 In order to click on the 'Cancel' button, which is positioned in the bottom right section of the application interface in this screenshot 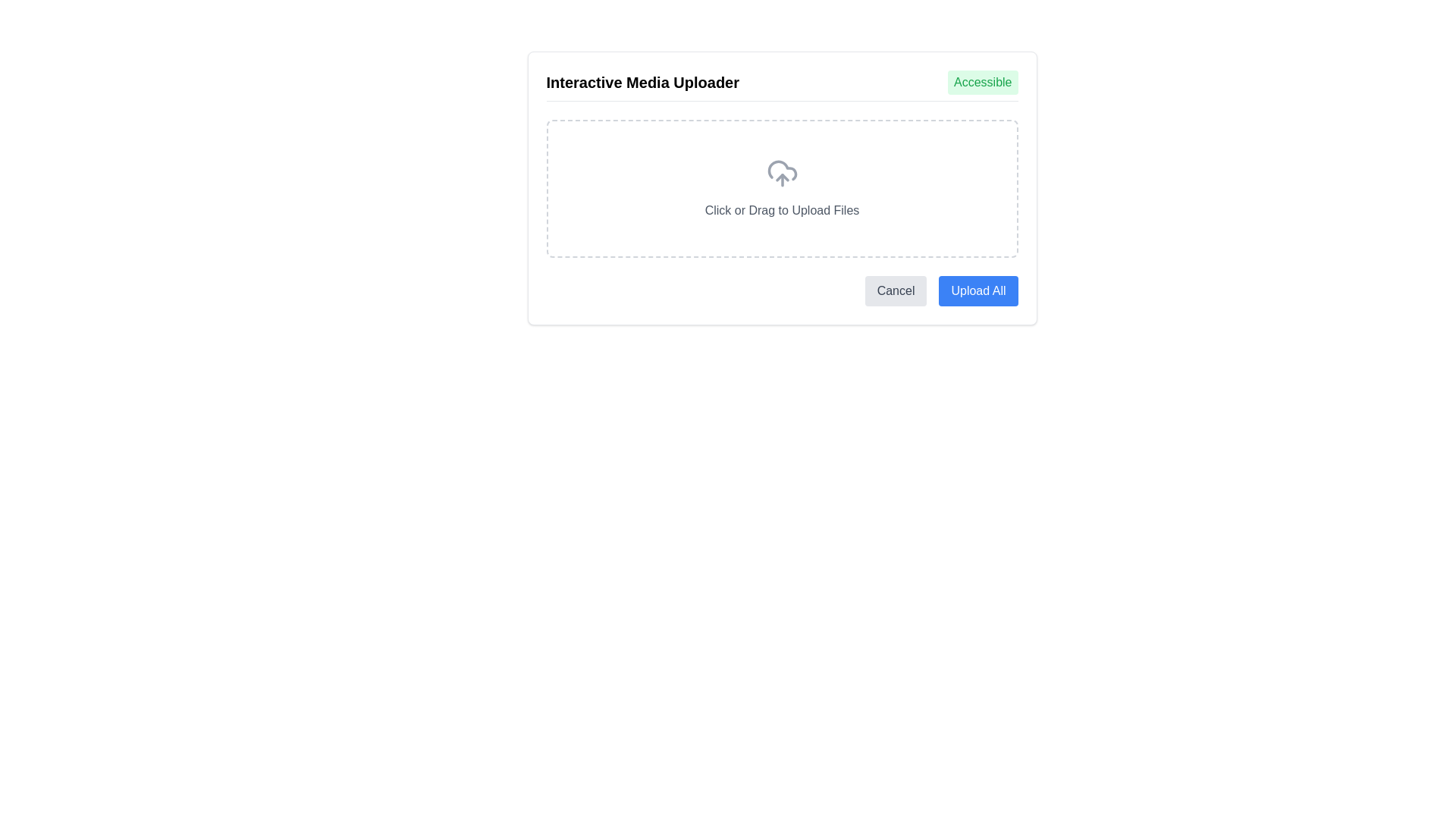, I will do `click(896, 291)`.